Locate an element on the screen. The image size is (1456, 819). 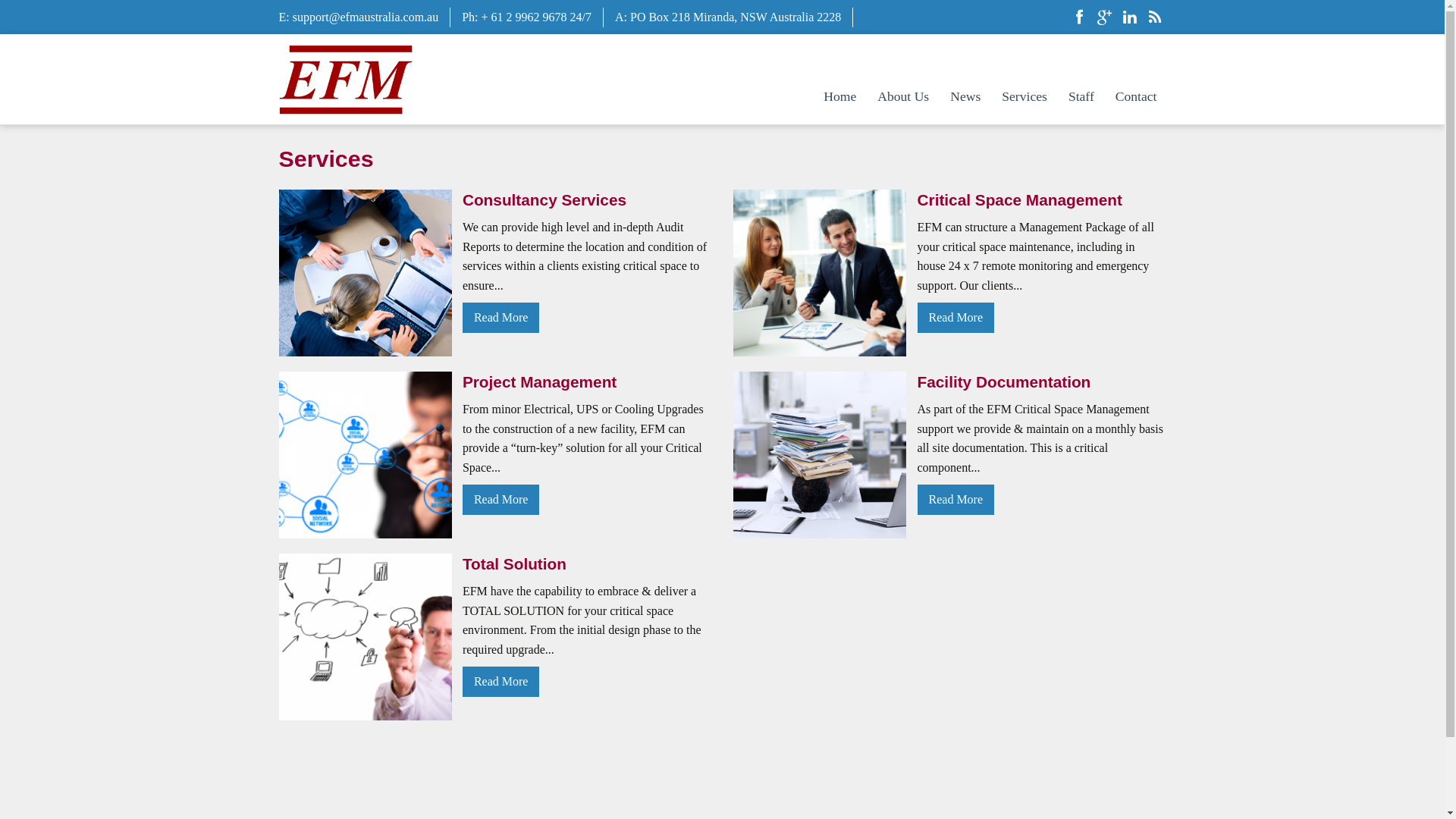
'Total Solution' is located at coordinates (585, 563).